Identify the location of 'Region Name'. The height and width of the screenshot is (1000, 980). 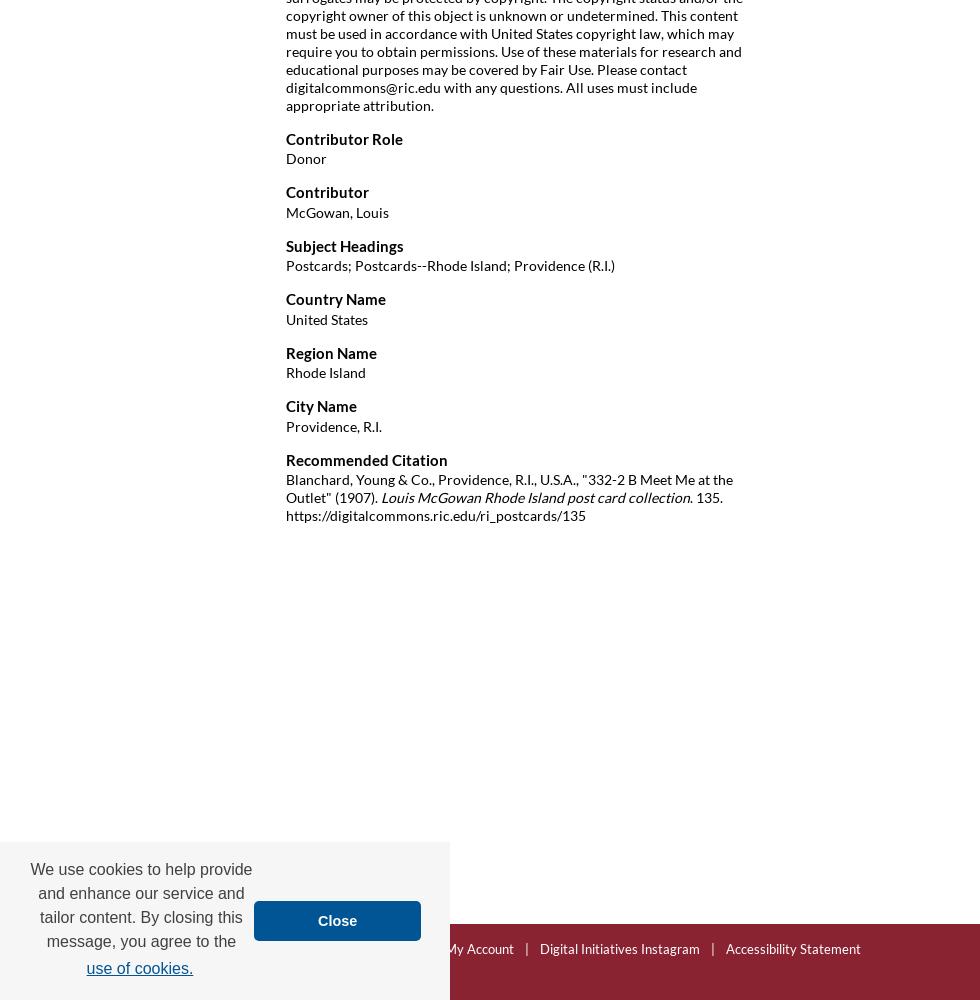
(331, 351).